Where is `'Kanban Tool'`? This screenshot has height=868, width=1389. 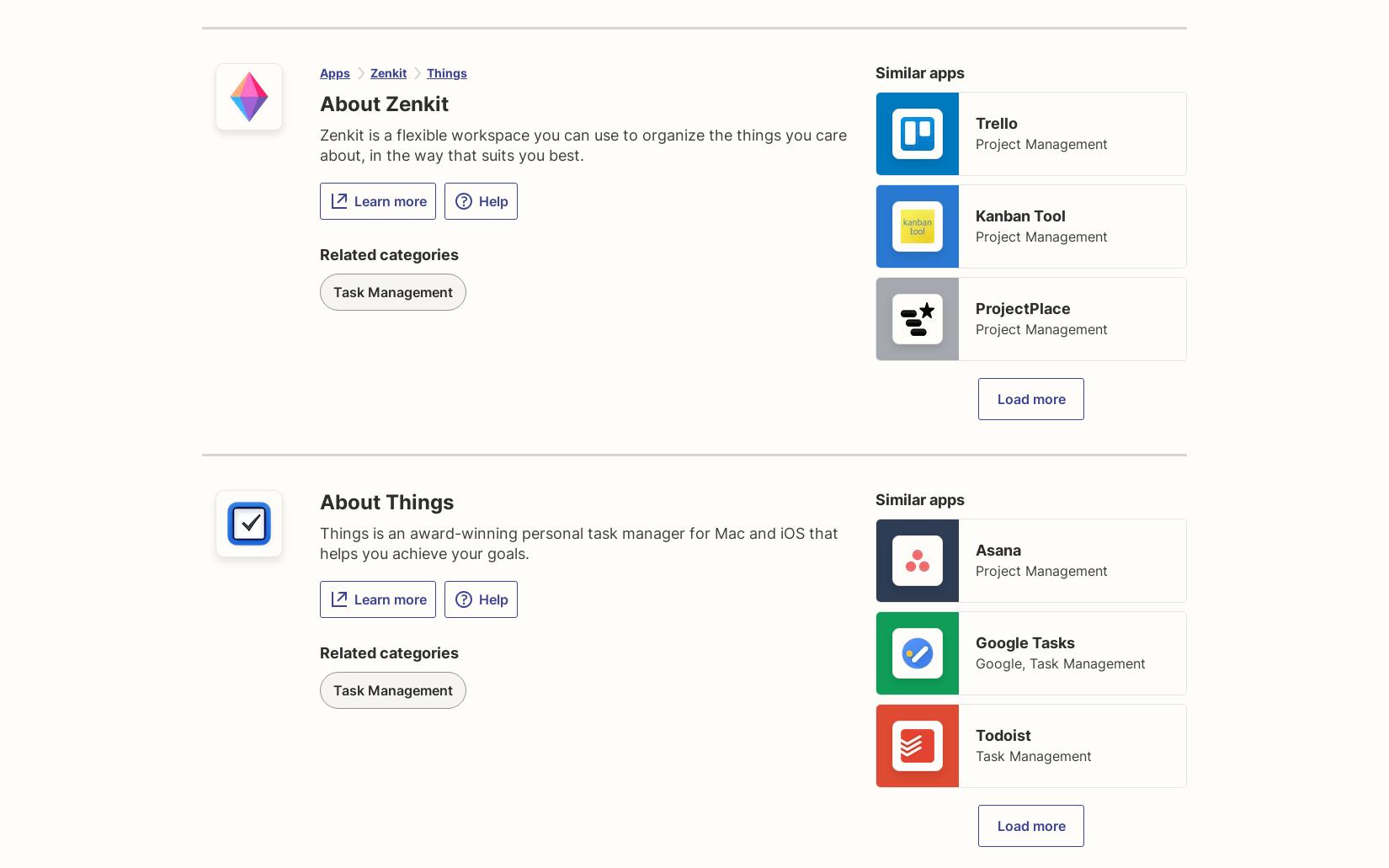
'Kanban Tool' is located at coordinates (1020, 216).